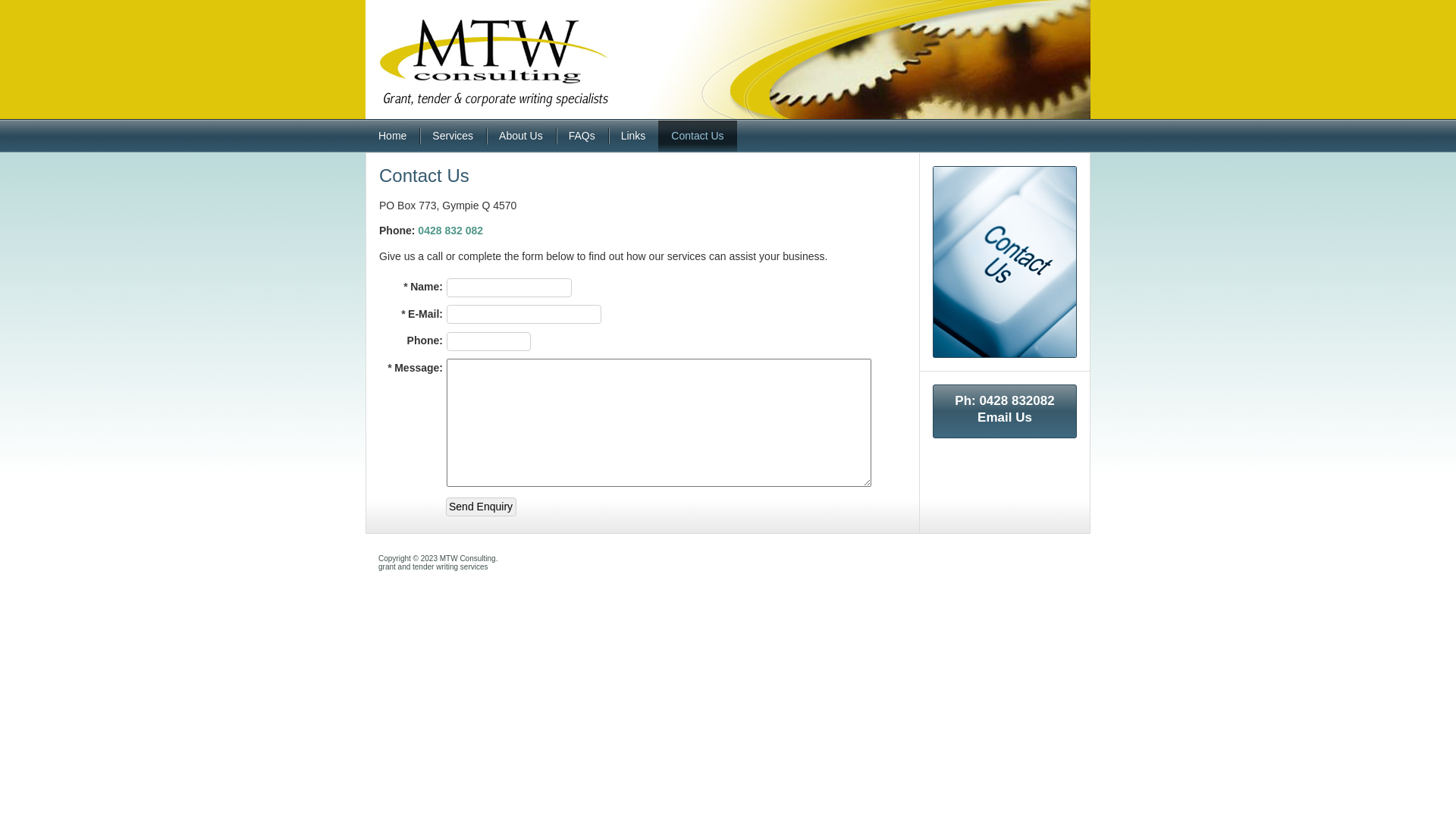 The width and height of the screenshot is (1456, 819). I want to click on 'About Us', so click(520, 135).